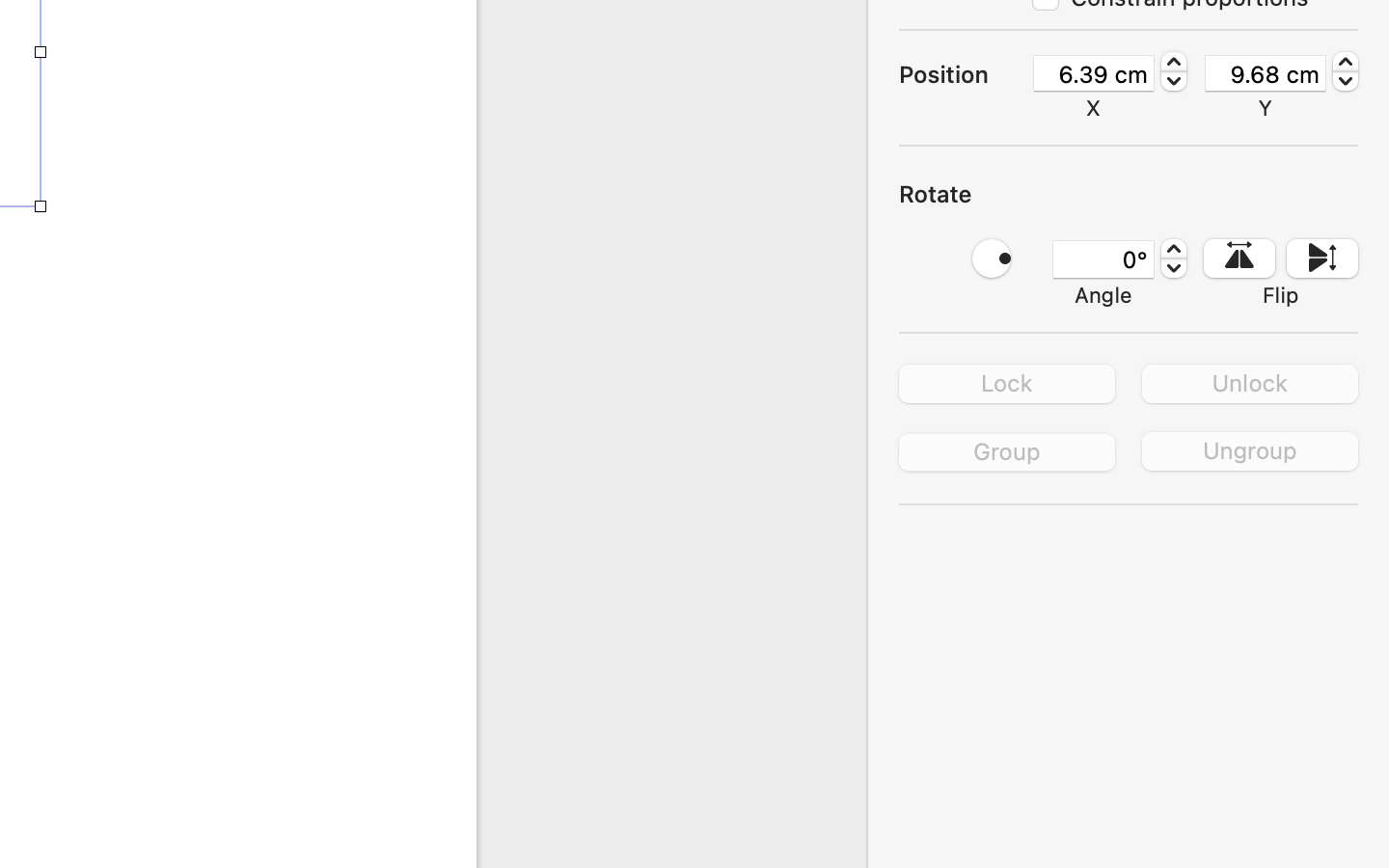 The image size is (1389, 868). I want to click on 'X', so click(1093, 106).